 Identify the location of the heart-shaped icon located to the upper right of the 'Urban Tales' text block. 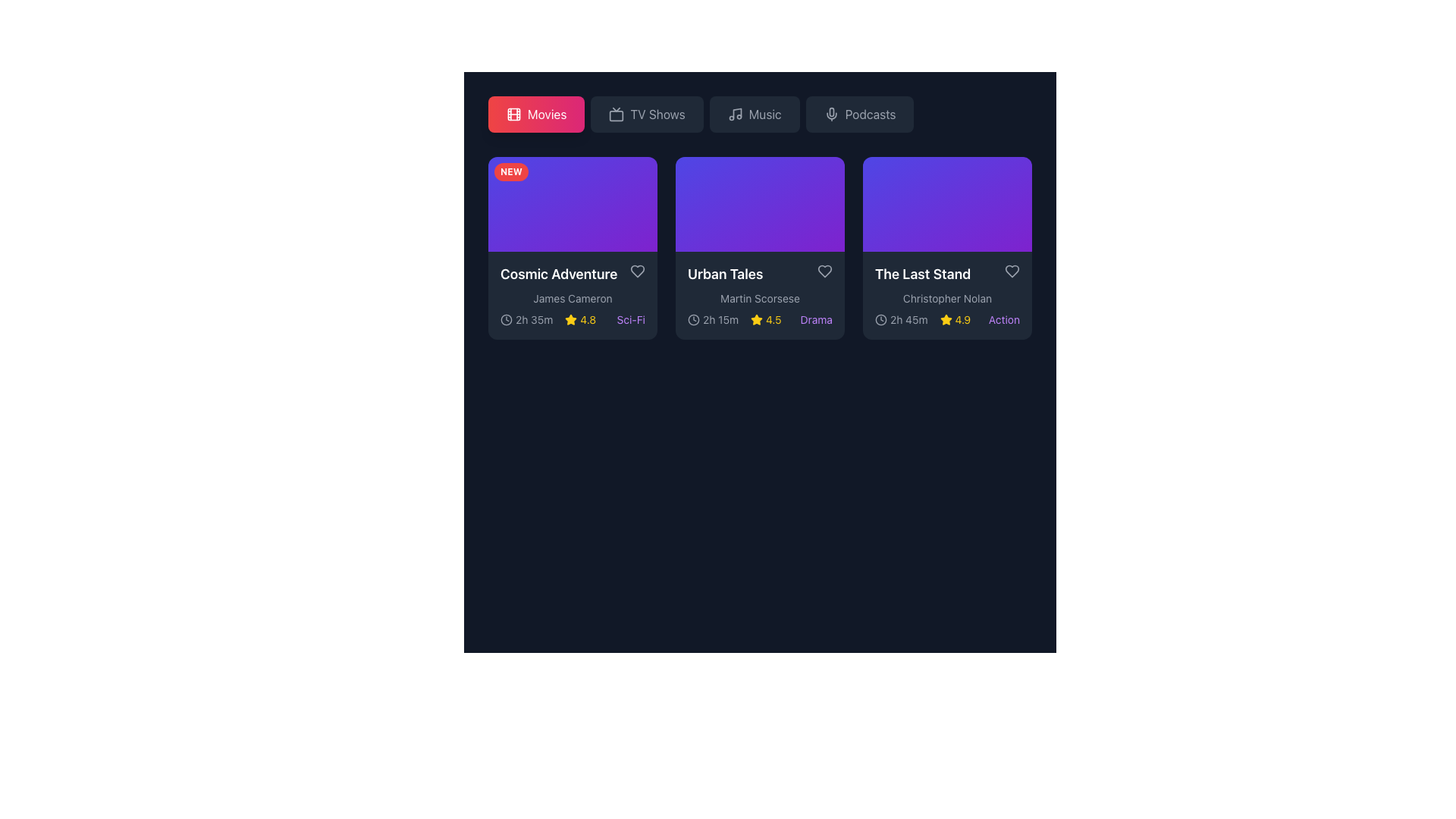
(824, 271).